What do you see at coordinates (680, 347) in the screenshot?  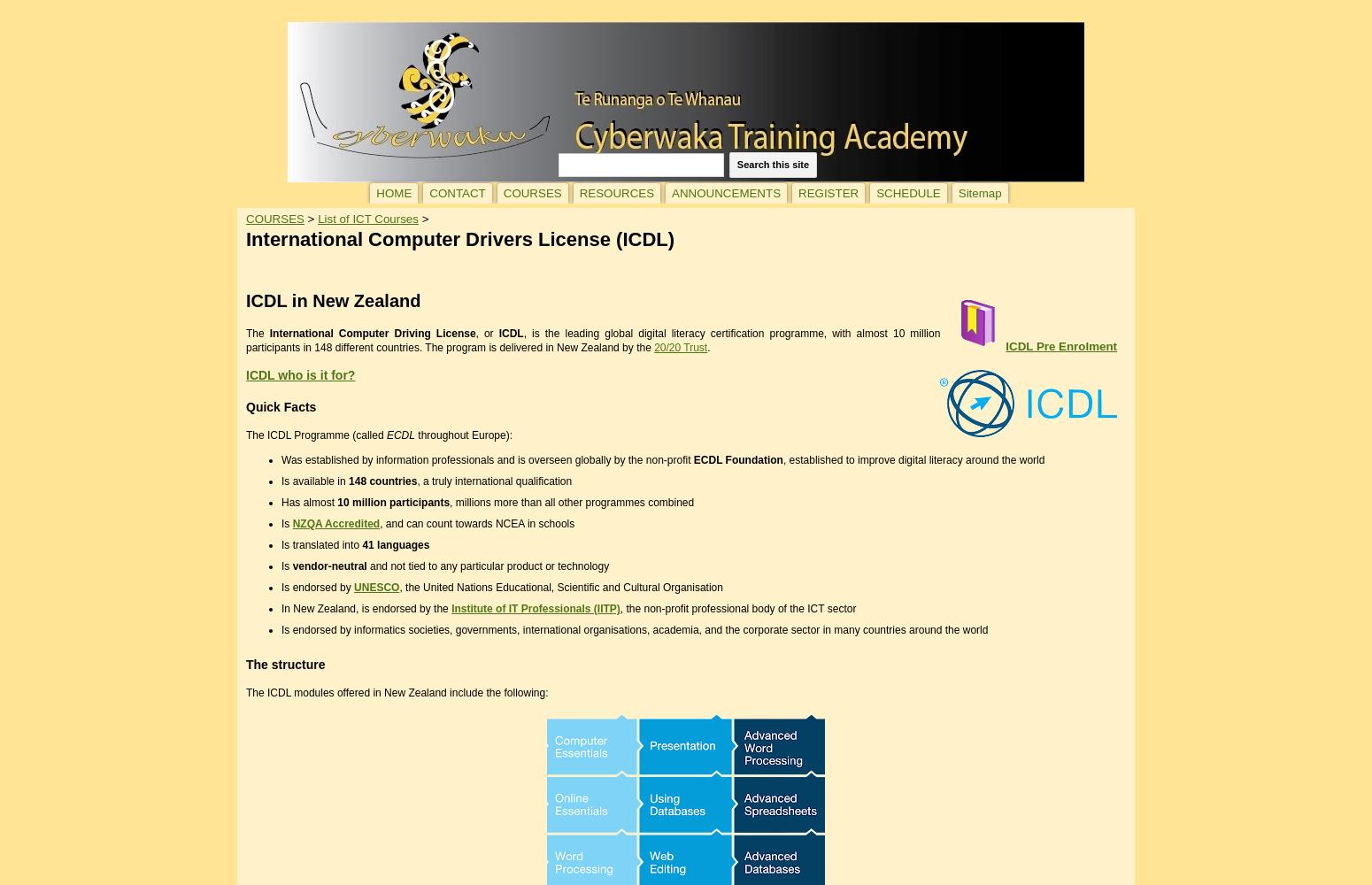 I see `'20/20 Trust'` at bounding box center [680, 347].